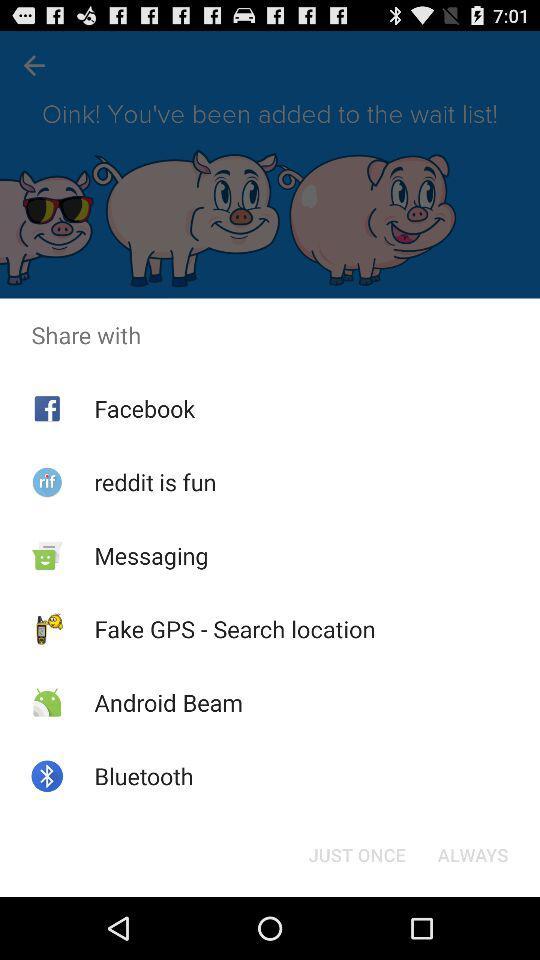 This screenshot has width=540, height=960. I want to click on the android beam icon, so click(167, 702).